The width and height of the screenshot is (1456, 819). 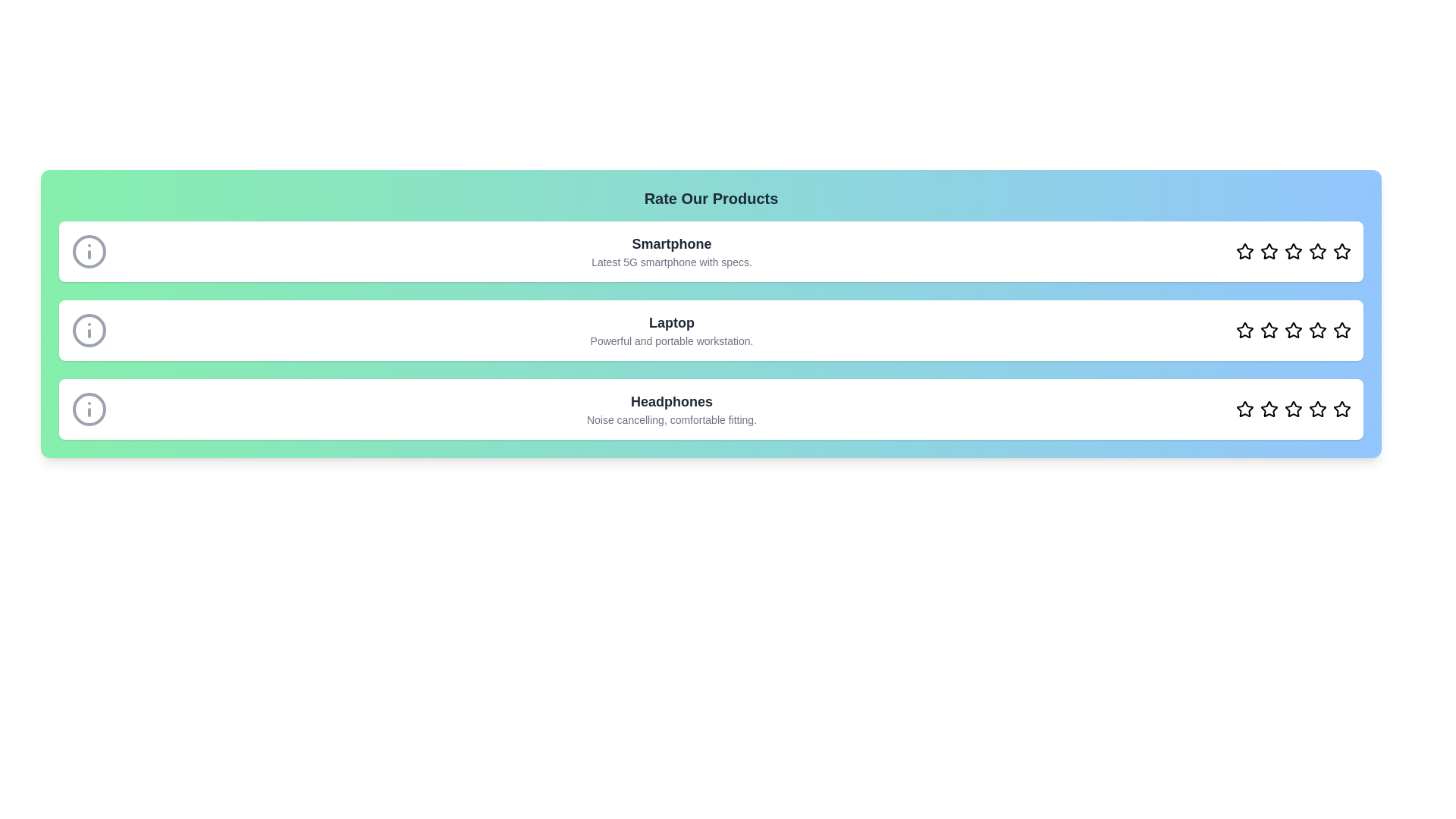 What do you see at coordinates (1316, 329) in the screenshot?
I see `the fifth star in the interactive star rating component for the 'Laptop' product` at bounding box center [1316, 329].